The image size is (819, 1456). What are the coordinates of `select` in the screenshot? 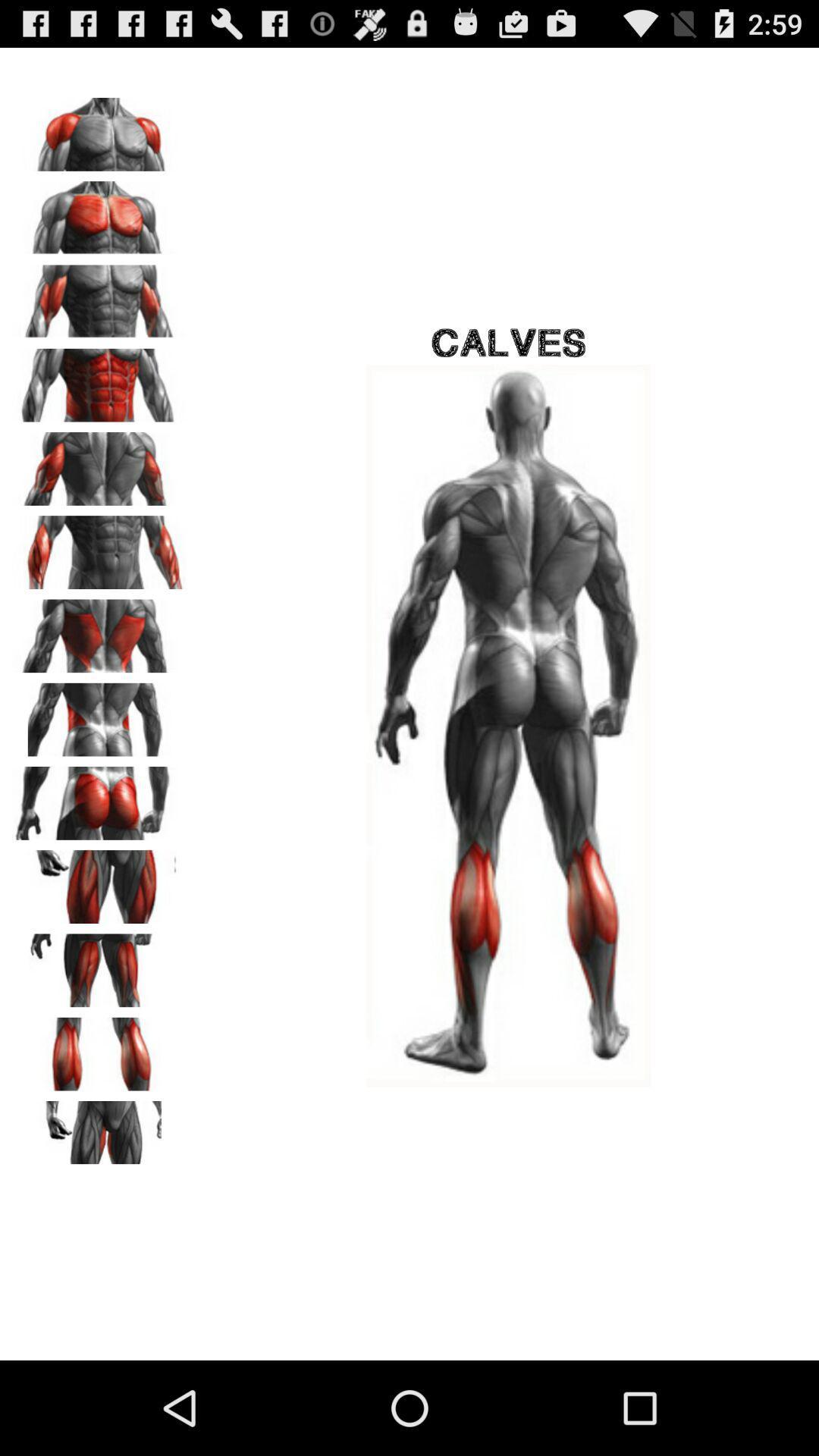 It's located at (99, 1132).